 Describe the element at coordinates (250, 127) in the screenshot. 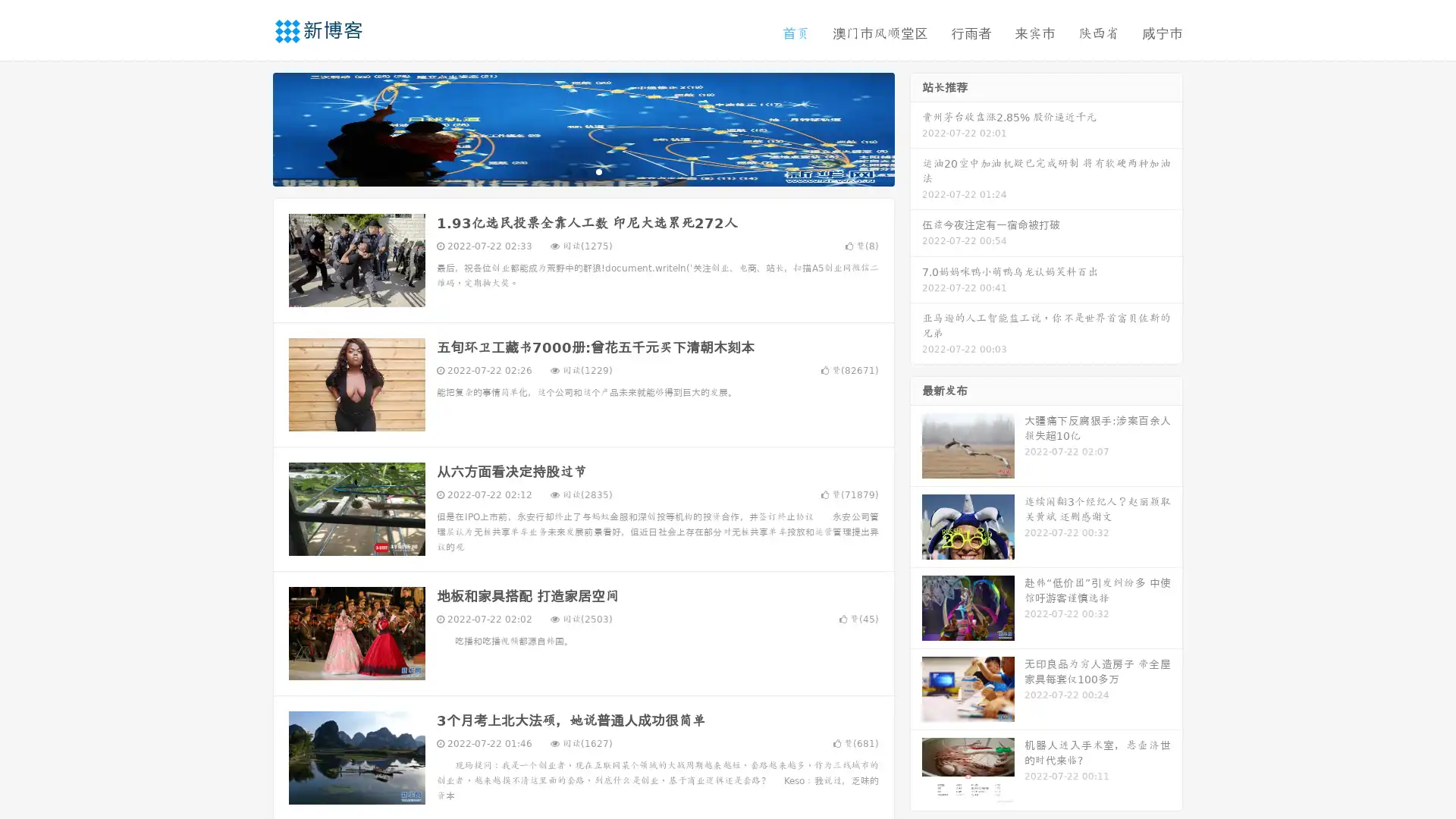

I see `Previous slide` at that location.